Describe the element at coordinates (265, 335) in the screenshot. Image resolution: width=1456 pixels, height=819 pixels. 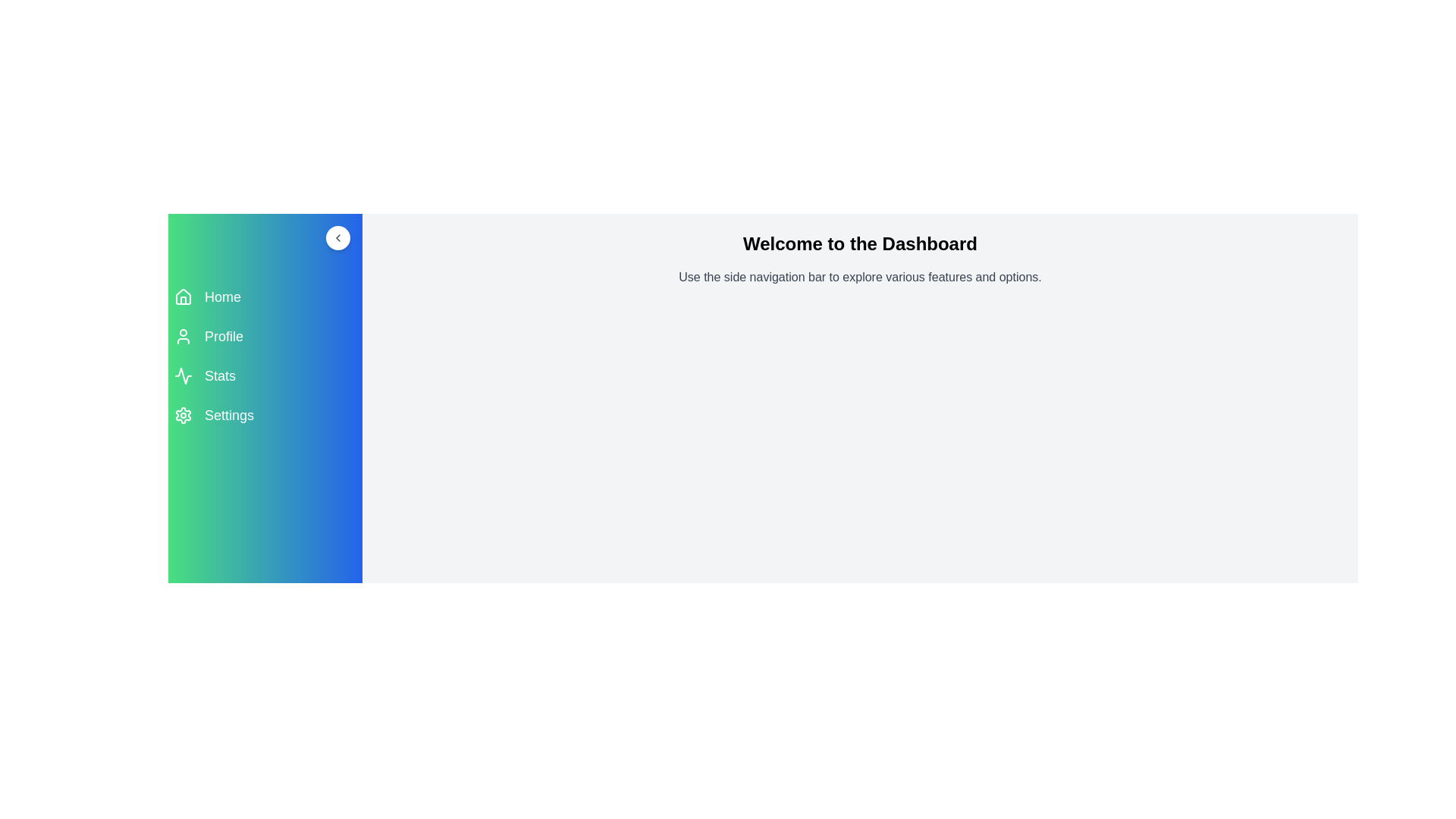
I see `the profile navigation button located in the vertical menu, which is the second option from the top` at that location.